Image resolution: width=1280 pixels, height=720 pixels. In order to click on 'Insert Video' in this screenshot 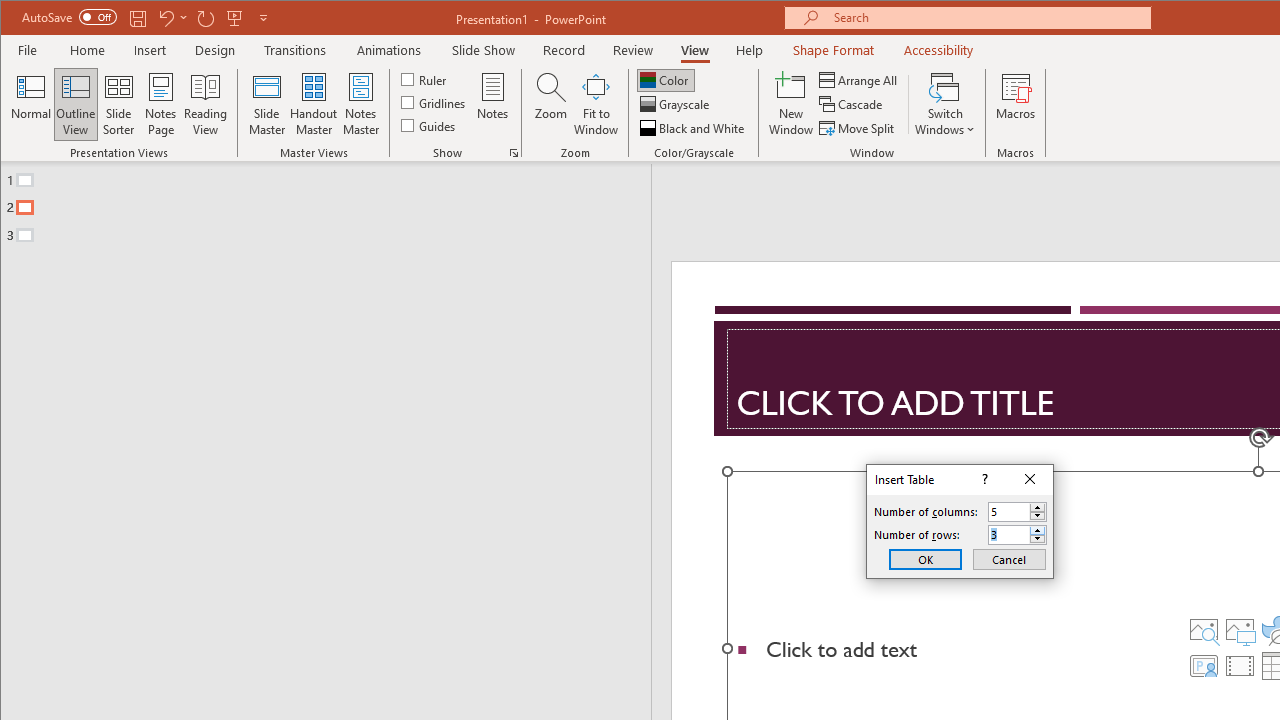, I will do `click(1238, 666)`.